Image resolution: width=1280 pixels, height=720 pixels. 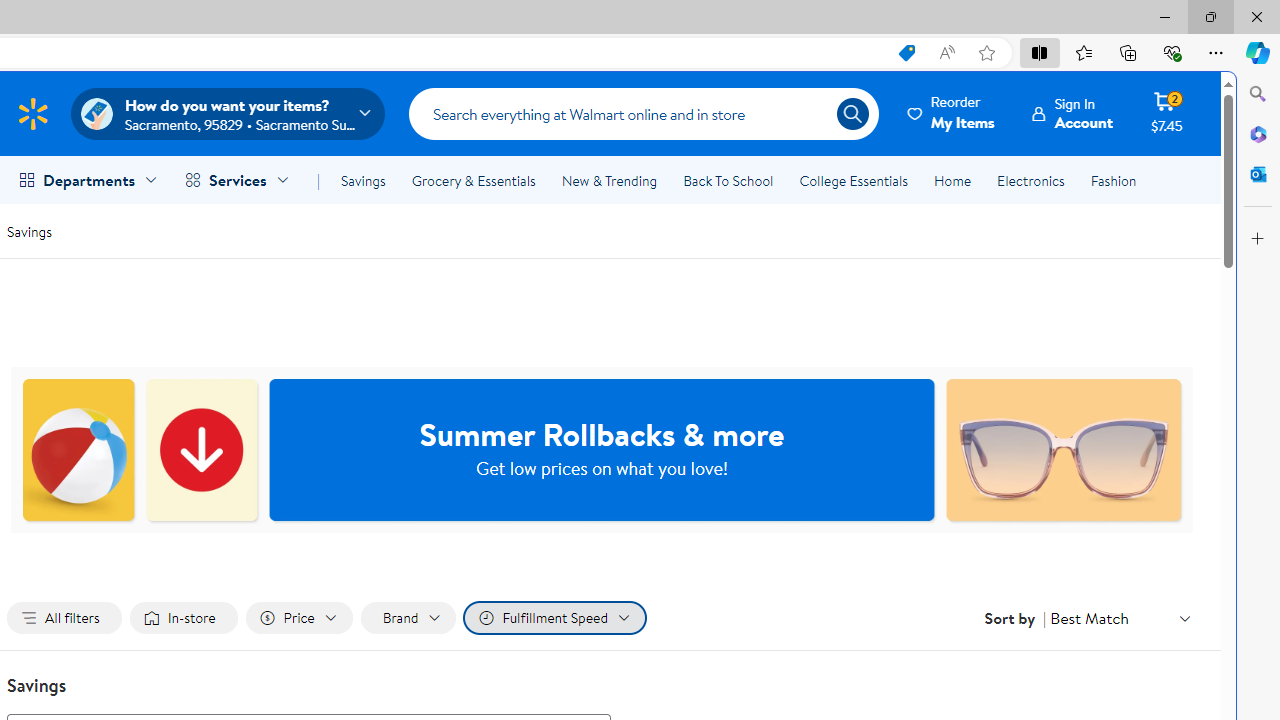 What do you see at coordinates (472, 181) in the screenshot?
I see `'Grocery & Essentials'` at bounding box center [472, 181].